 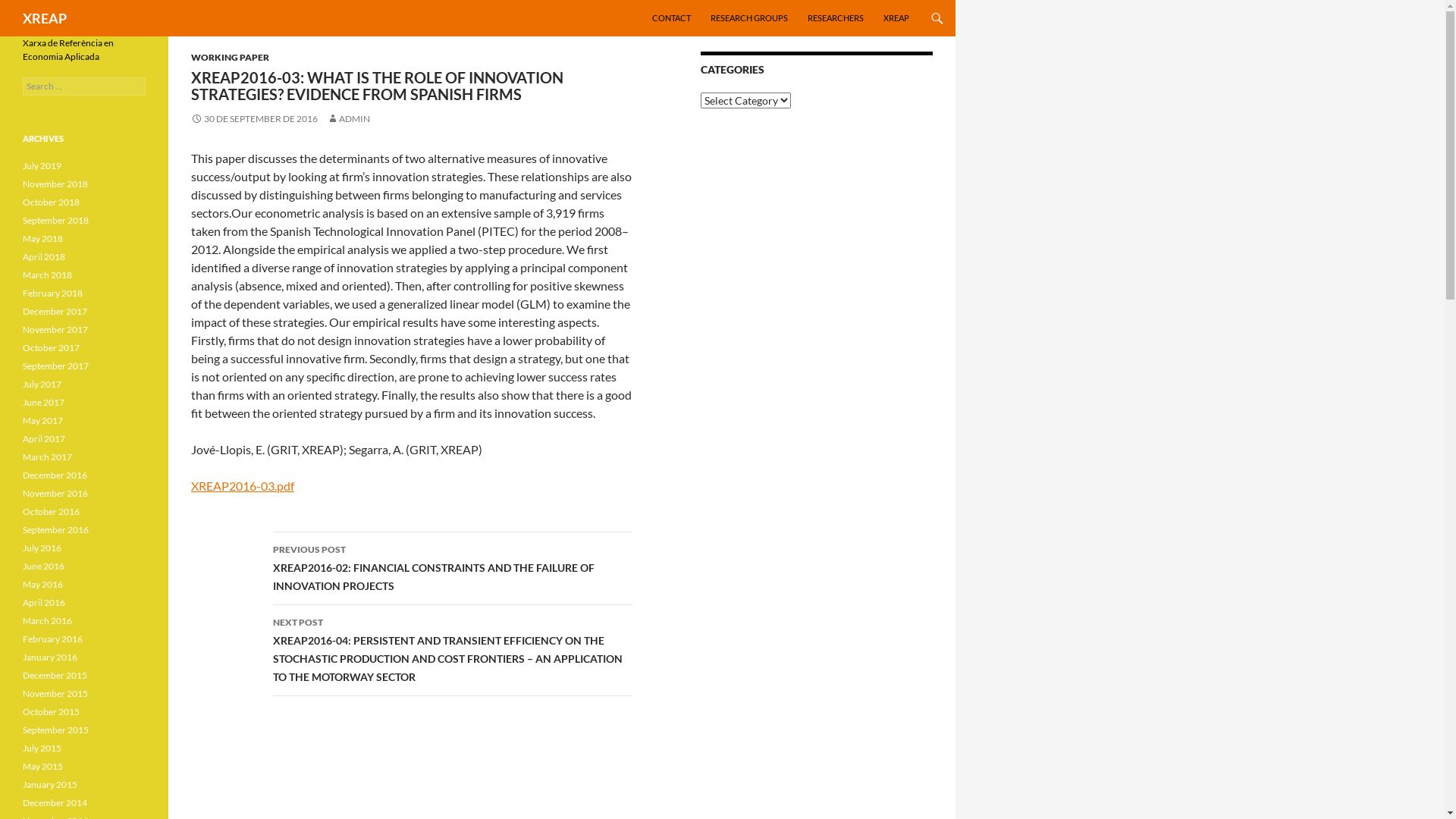 I want to click on 'XREAP2016-03.pdf', so click(x=243, y=485).